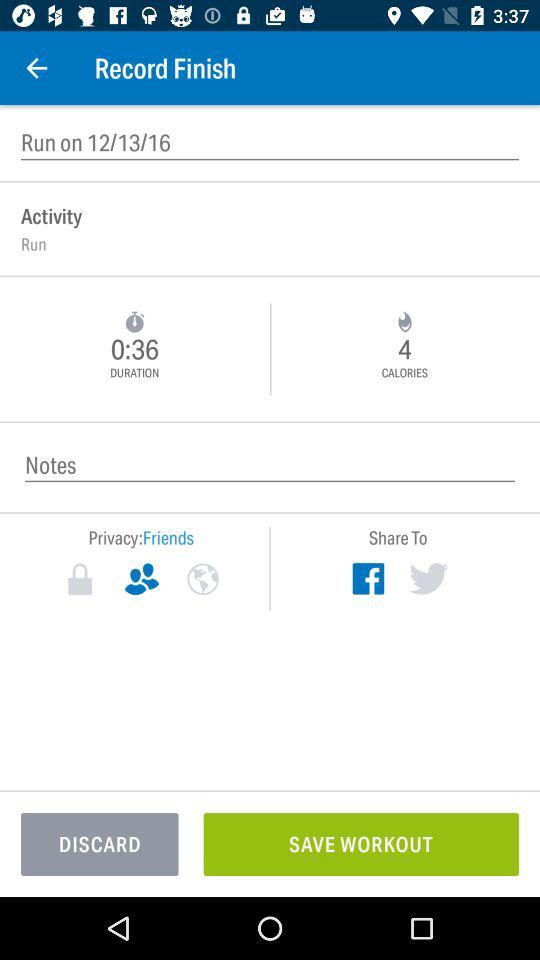 This screenshot has height=960, width=540. I want to click on the group icon, so click(140, 579).